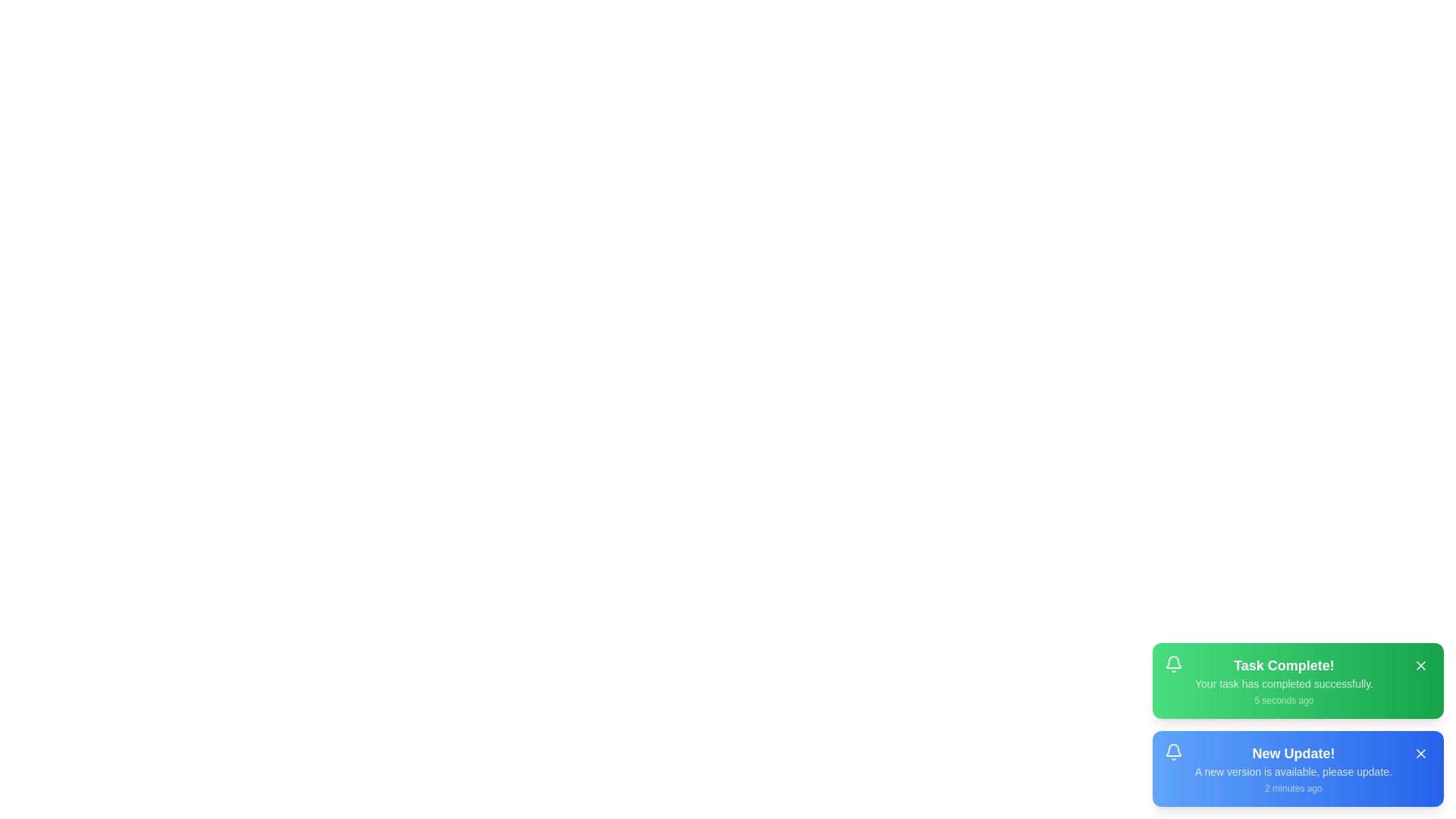  Describe the element at coordinates (1420, 665) in the screenshot. I see `dismiss button for the notification titled 'Task Complete!'` at that location.